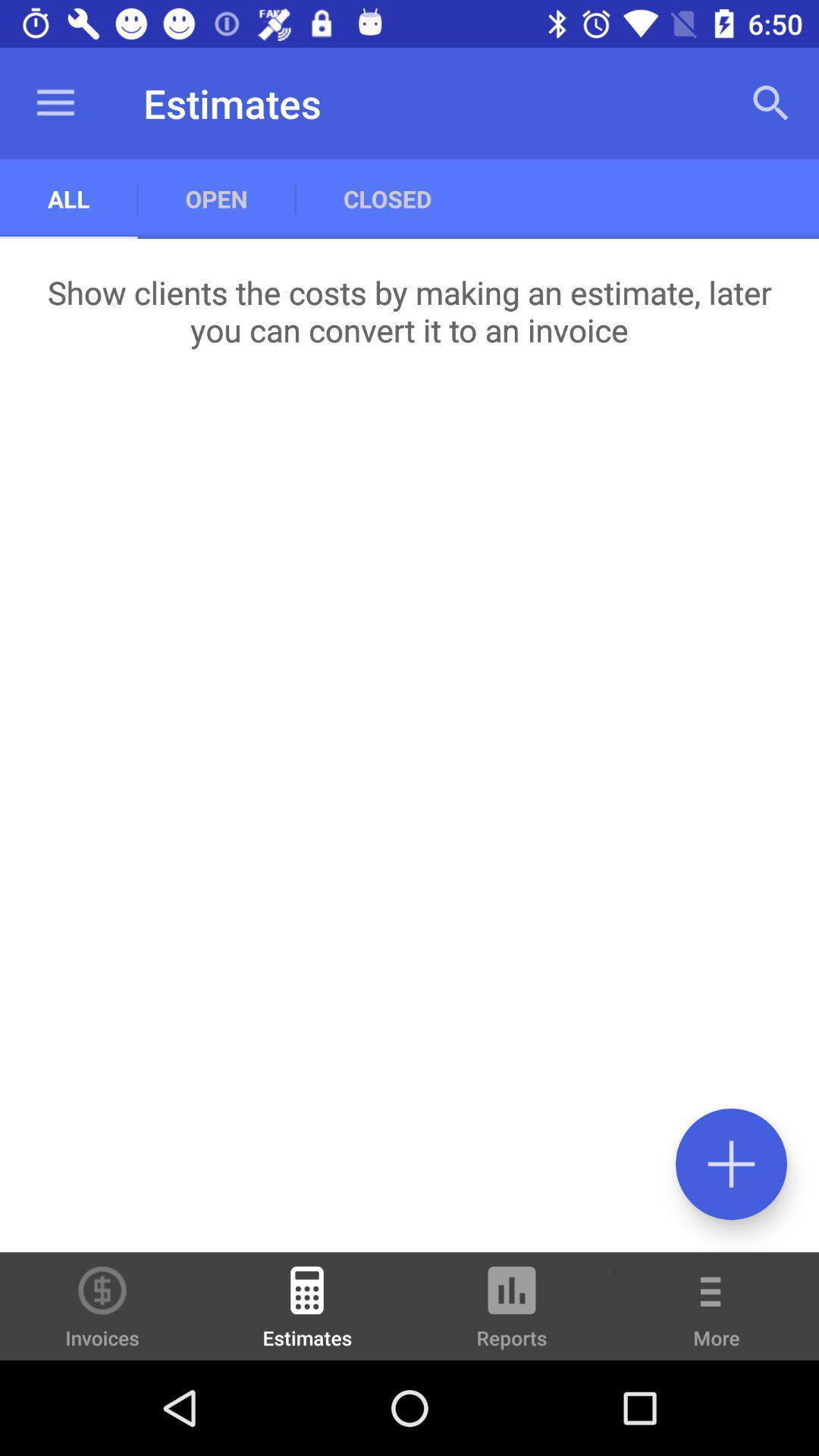  I want to click on the item below the estimates item, so click(387, 198).